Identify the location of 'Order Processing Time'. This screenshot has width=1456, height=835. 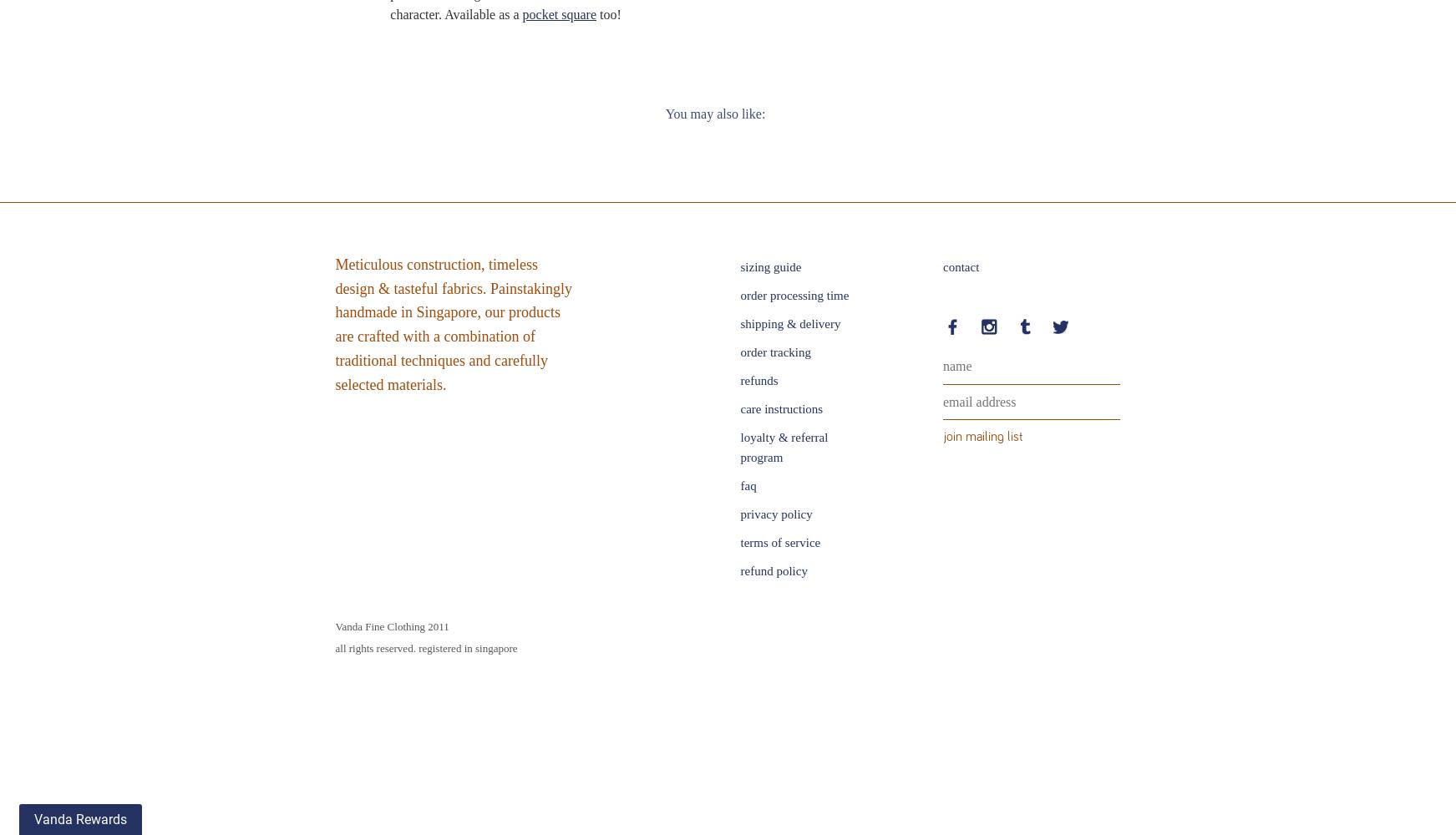
(794, 294).